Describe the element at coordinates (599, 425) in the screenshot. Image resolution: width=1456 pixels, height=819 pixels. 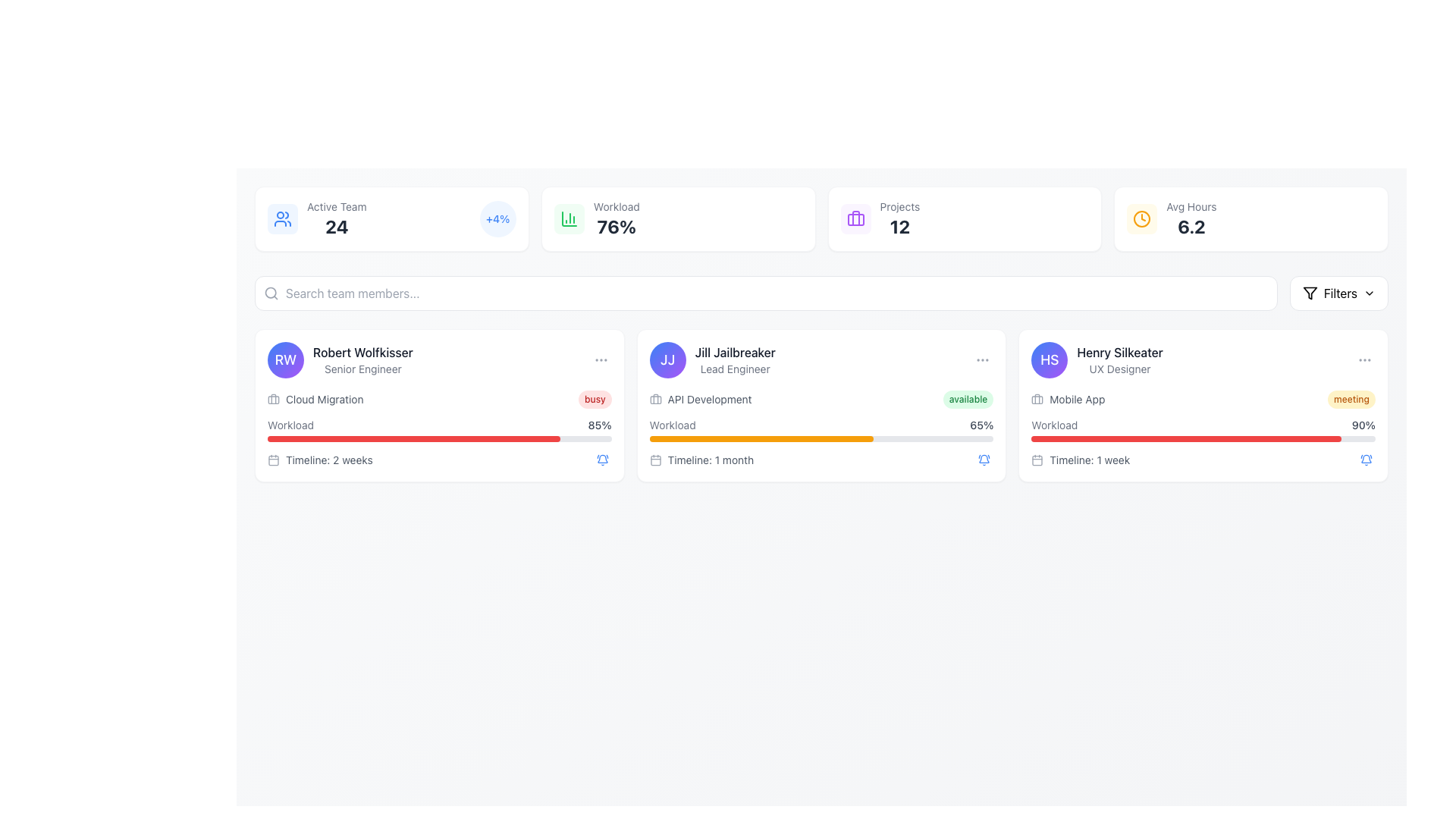
I see `the text displaying '85%' which is located in the lower section of the first card, to the far right of the 'Workload' label and aligning with the progress bar's end point` at that location.